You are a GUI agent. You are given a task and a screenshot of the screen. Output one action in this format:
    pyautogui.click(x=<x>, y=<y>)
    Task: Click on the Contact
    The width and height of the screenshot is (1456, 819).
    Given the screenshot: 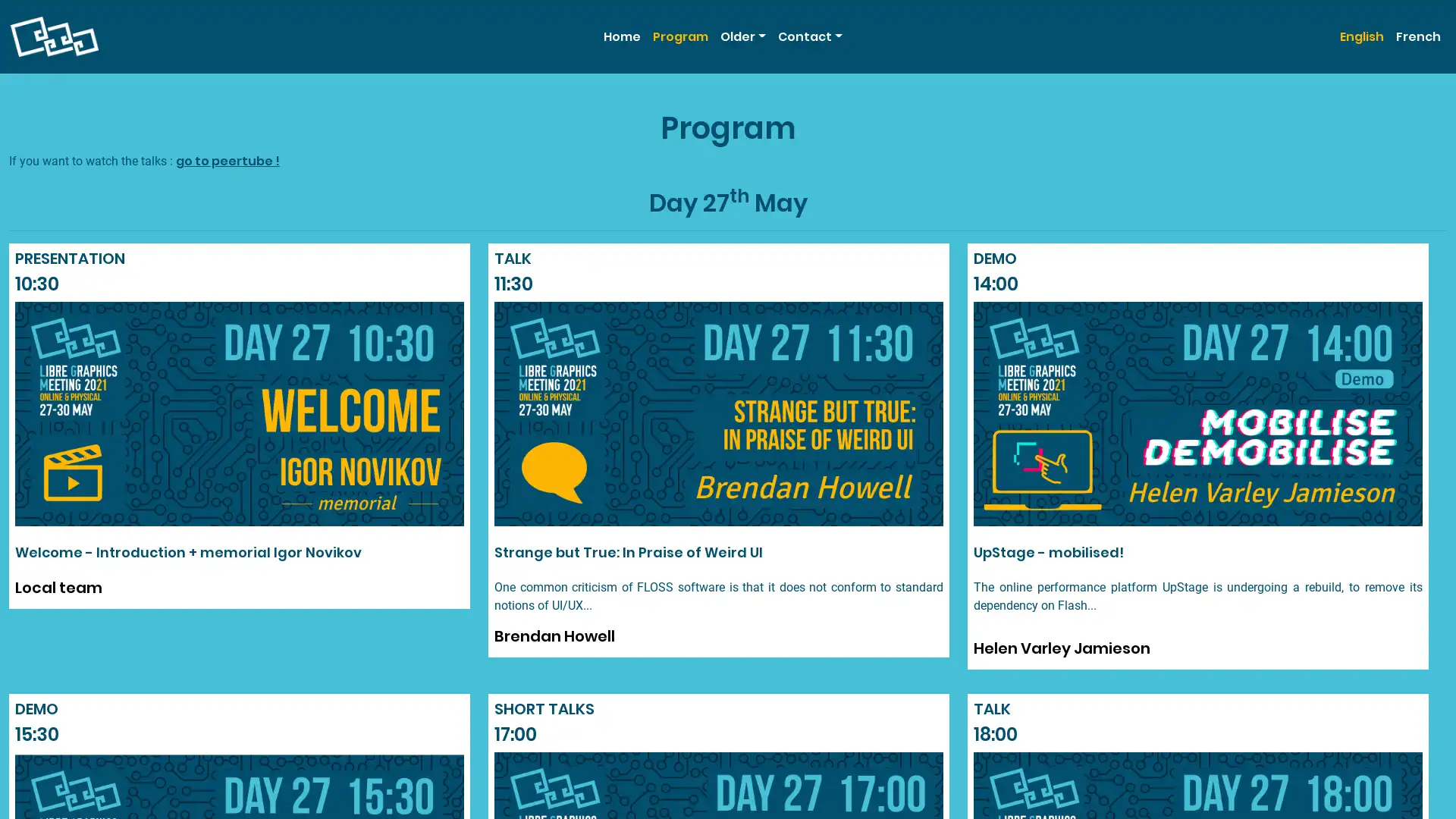 What is the action you would take?
    pyautogui.click(x=808, y=35)
    